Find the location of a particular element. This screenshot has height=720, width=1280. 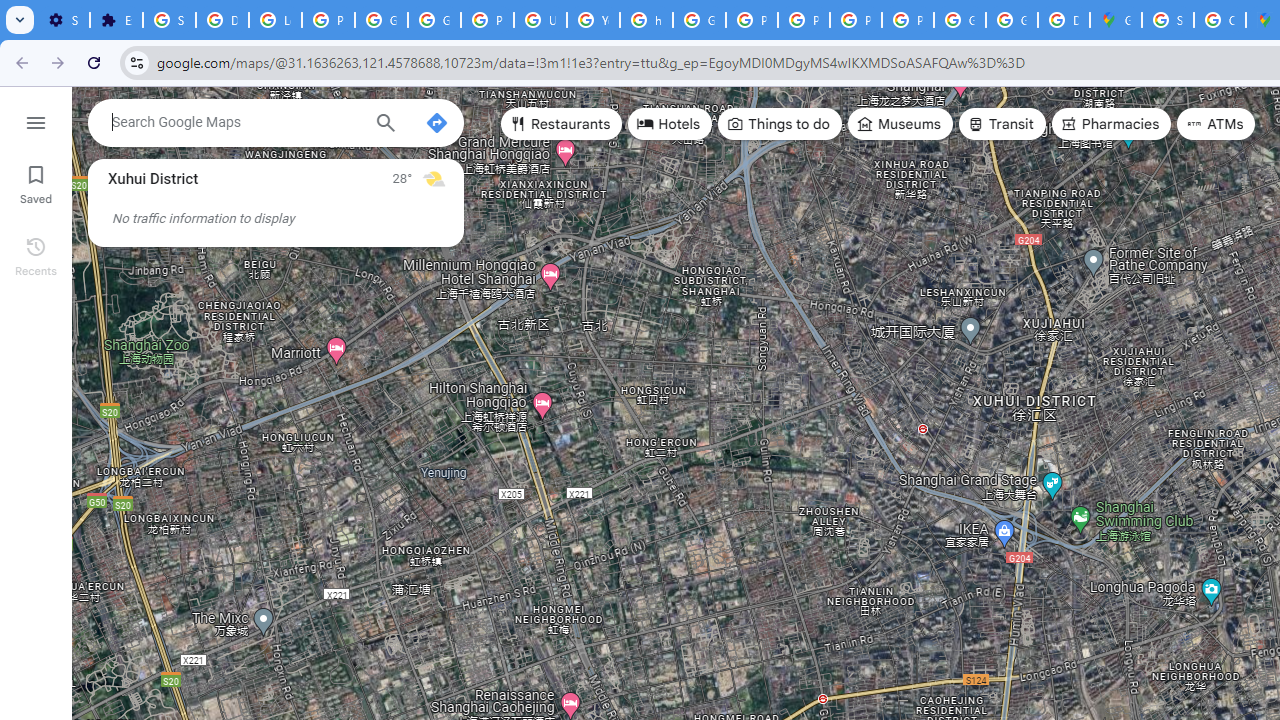

'Transit' is located at coordinates (1001, 124).